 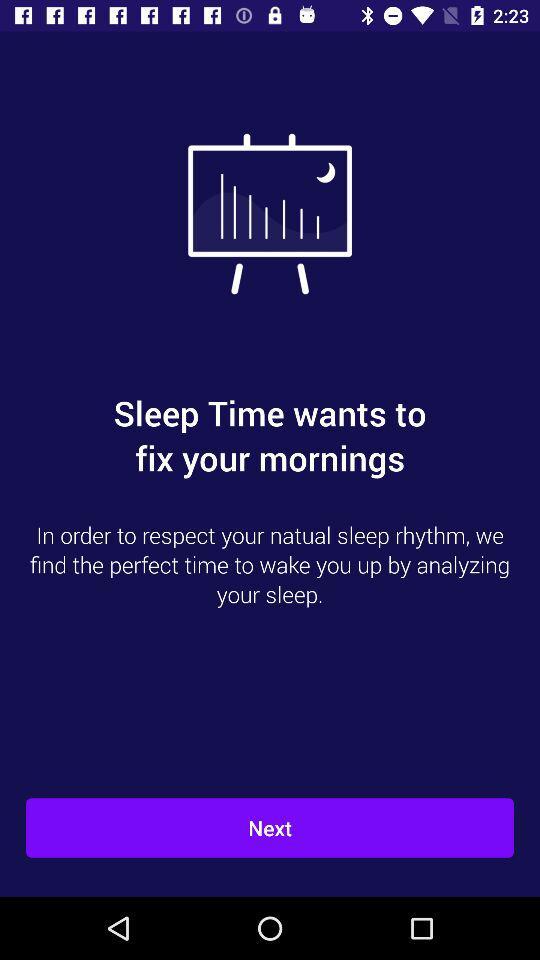 What do you see at coordinates (270, 828) in the screenshot?
I see `the next item` at bounding box center [270, 828].